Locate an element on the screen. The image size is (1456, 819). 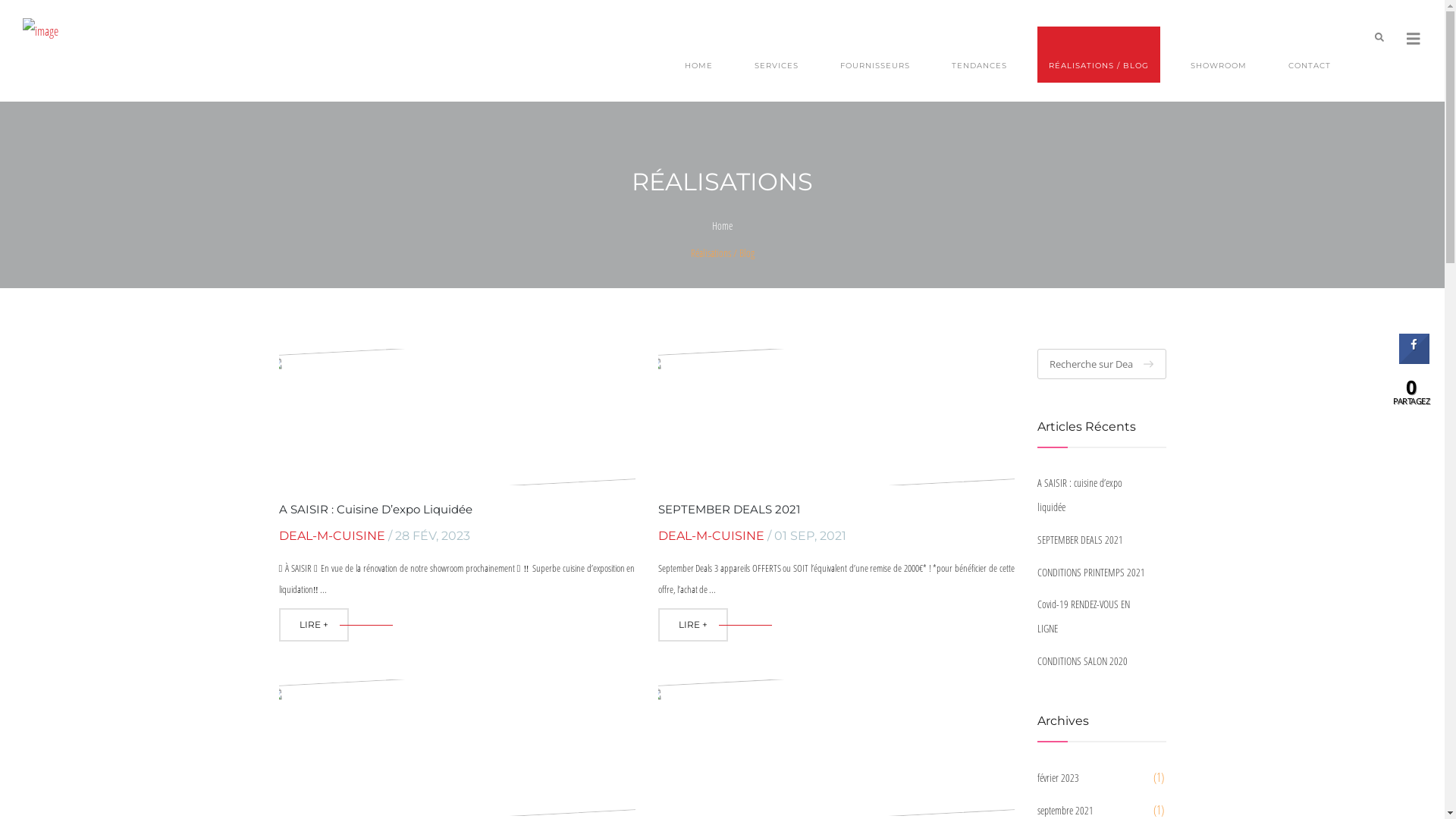
'HOME' is located at coordinates (673, 54).